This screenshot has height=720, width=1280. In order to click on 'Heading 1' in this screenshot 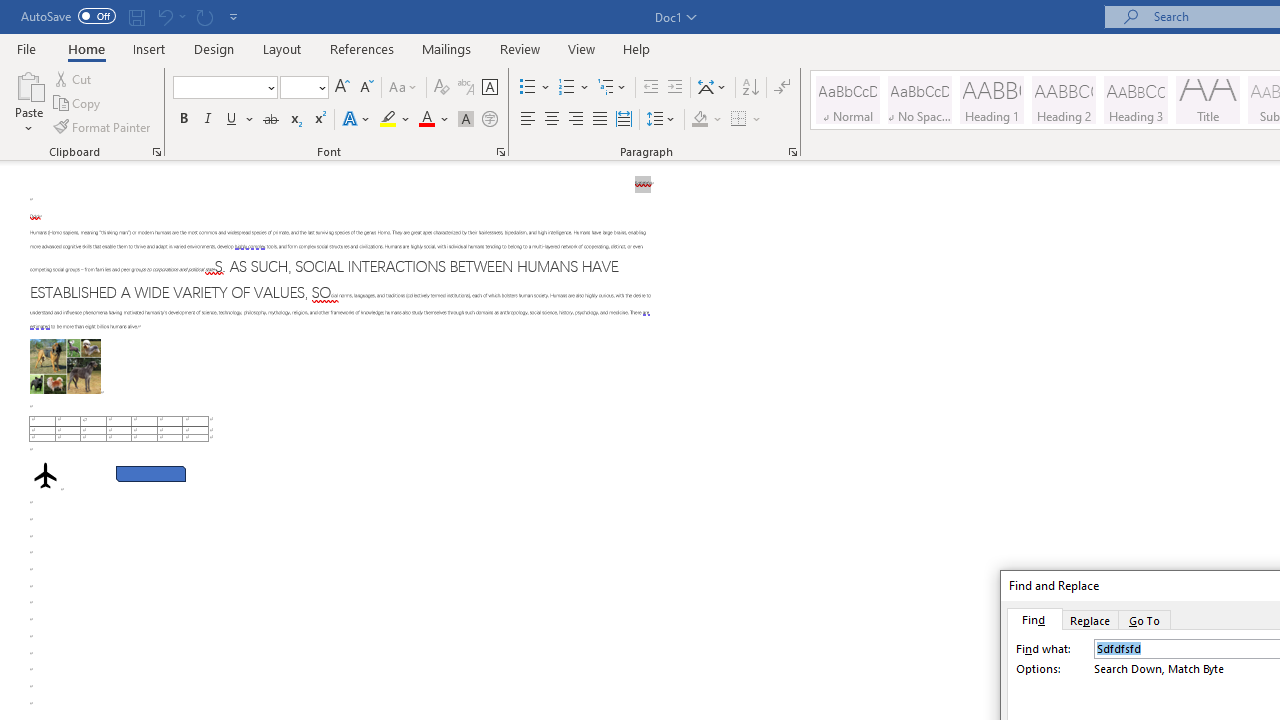, I will do `click(992, 100)`.